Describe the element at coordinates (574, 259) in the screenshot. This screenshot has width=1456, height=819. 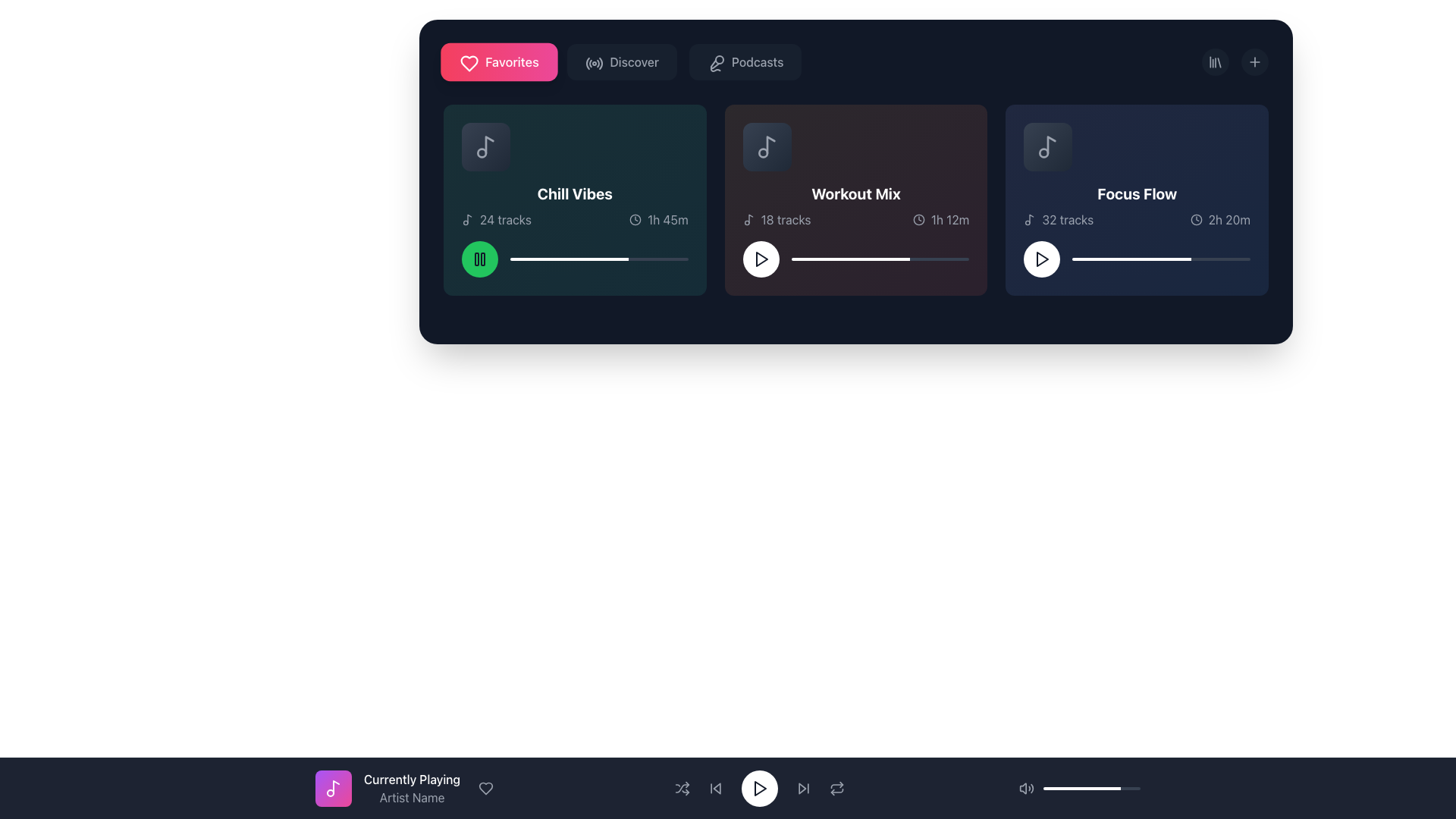
I see `the progress bar located at the bottom of the 'Chill Vibes' card to jump to a specific playback position` at that location.